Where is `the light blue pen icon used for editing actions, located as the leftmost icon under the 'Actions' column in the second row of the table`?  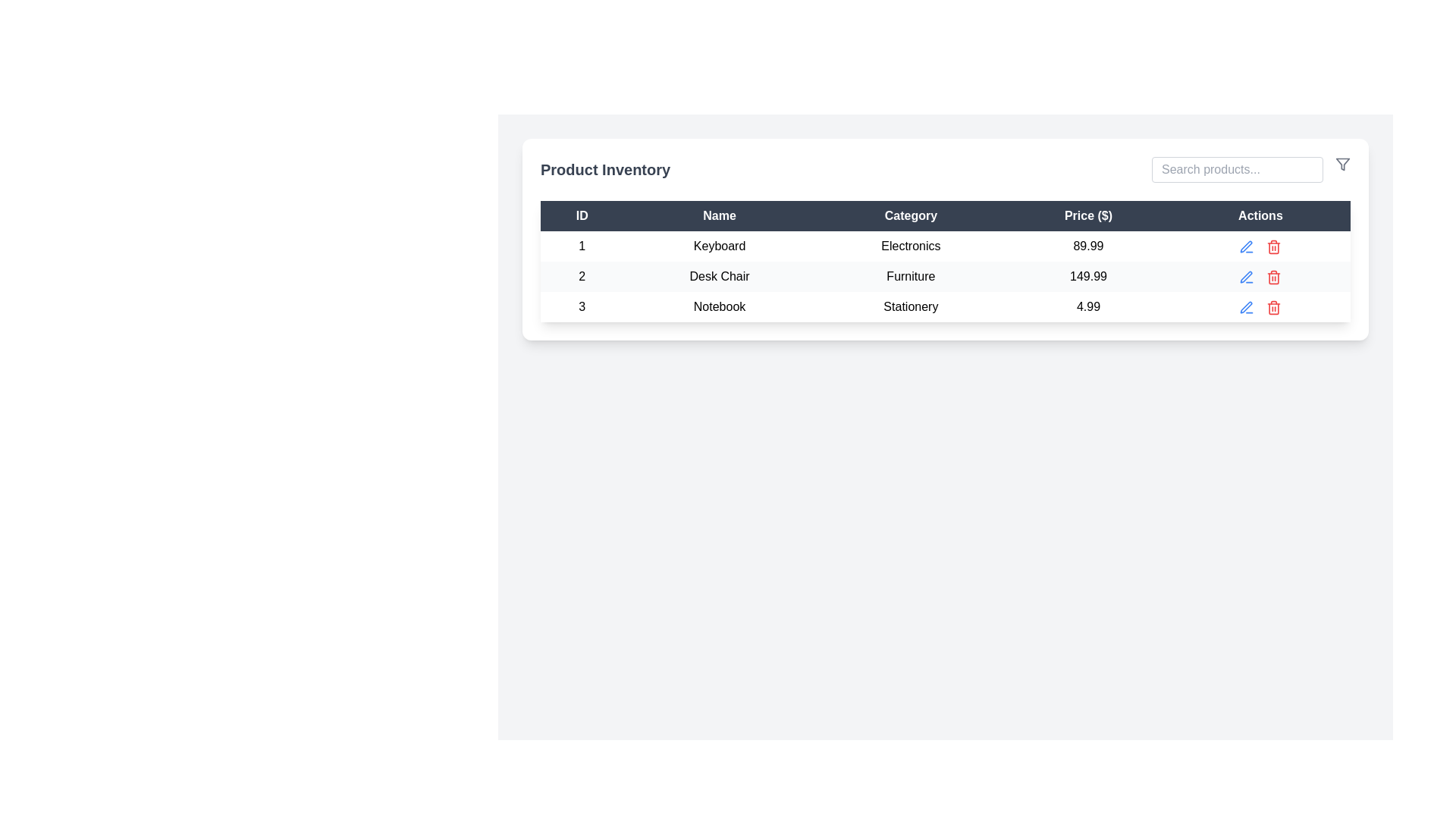
the light blue pen icon used for editing actions, located as the leftmost icon under the 'Actions' column in the second row of the table is located at coordinates (1247, 246).